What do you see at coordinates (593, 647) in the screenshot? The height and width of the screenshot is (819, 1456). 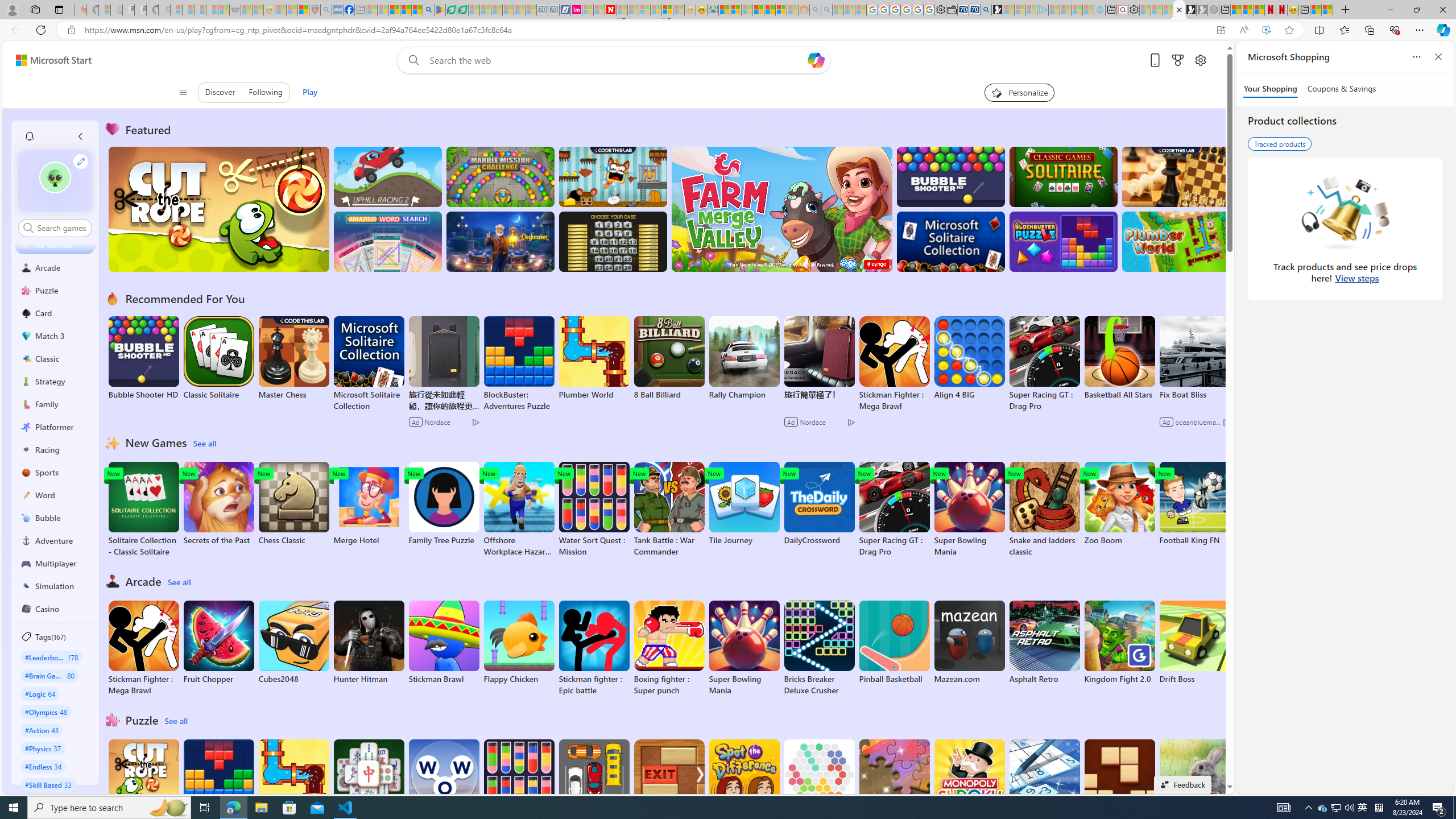 I see `'Stickman fighter : Epic battle'` at bounding box center [593, 647].